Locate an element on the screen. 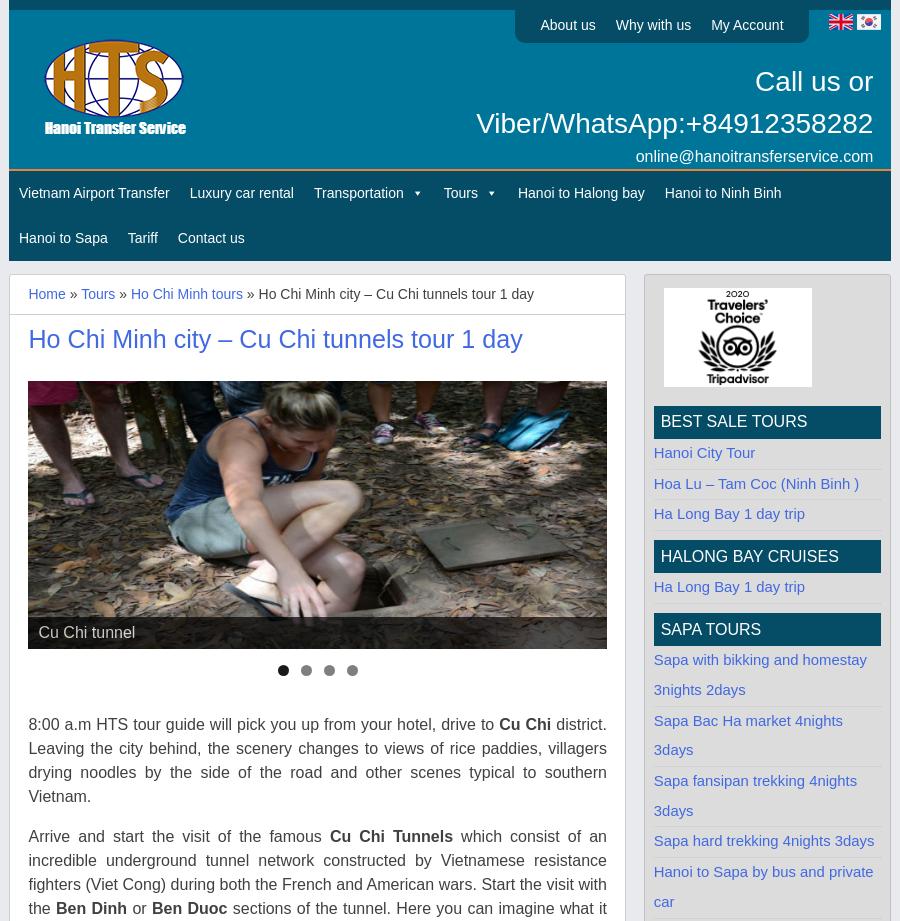 This screenshot has width=900, height=921. 'Sapa fansipan trekking  4nights 3days' is located at coordinates (754, 794).